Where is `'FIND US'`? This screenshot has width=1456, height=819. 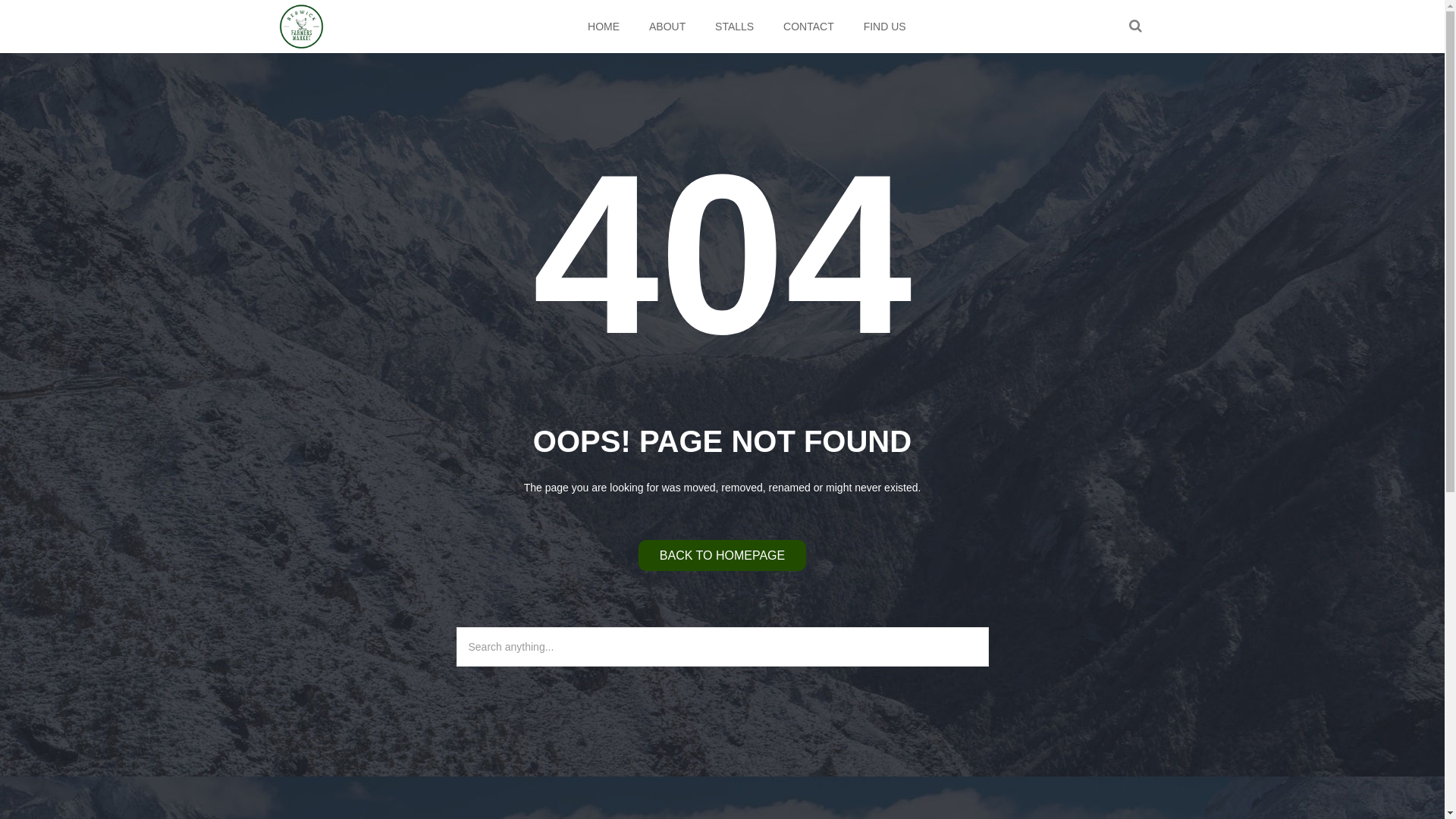 'FIND US' is located at coordinates (850, 26).